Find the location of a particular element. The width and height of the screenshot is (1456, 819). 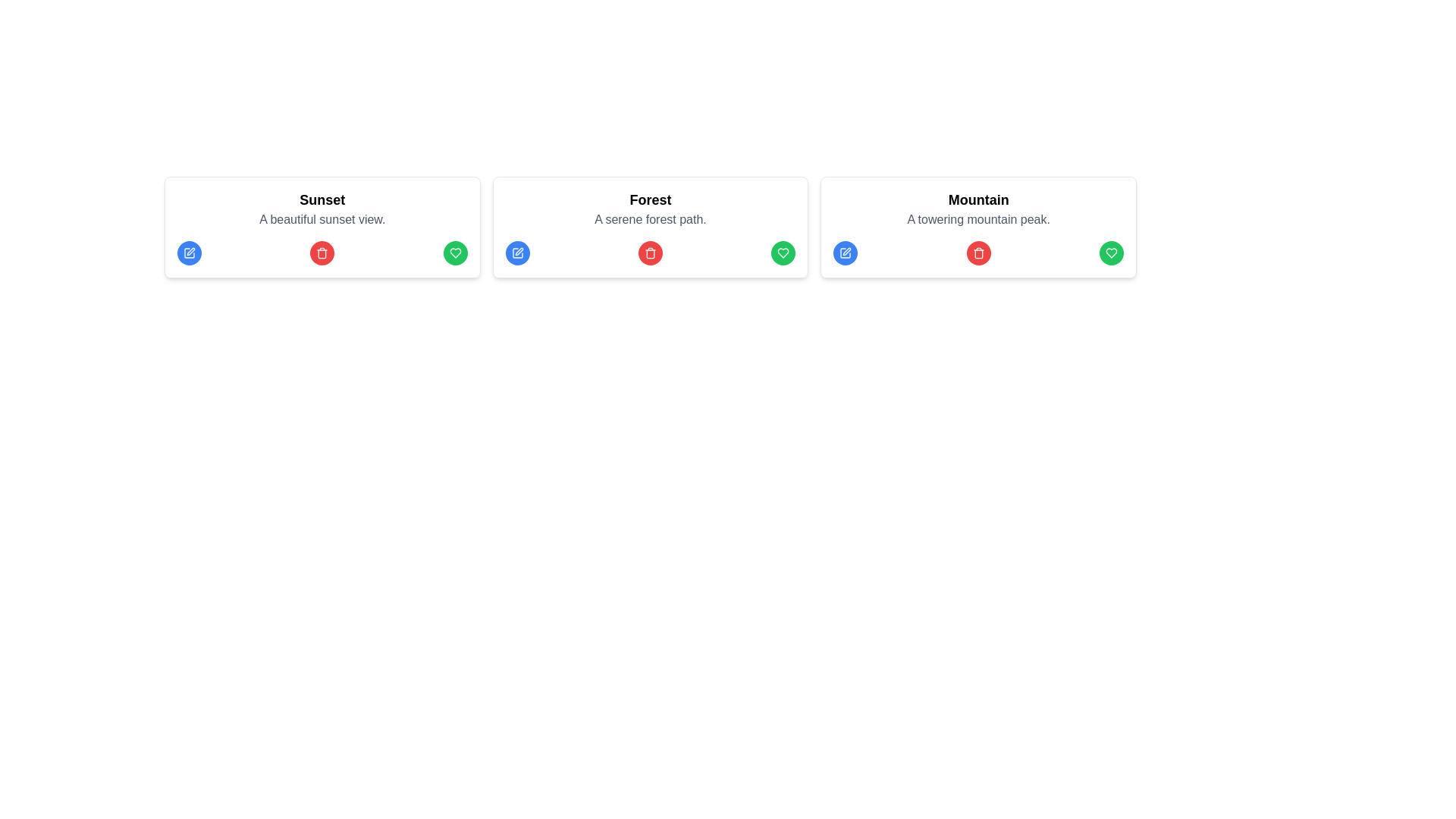

the bold text label displaying 'Sunset' located at the top of the first card in a row of three cards is located at coordinates (322, 199).